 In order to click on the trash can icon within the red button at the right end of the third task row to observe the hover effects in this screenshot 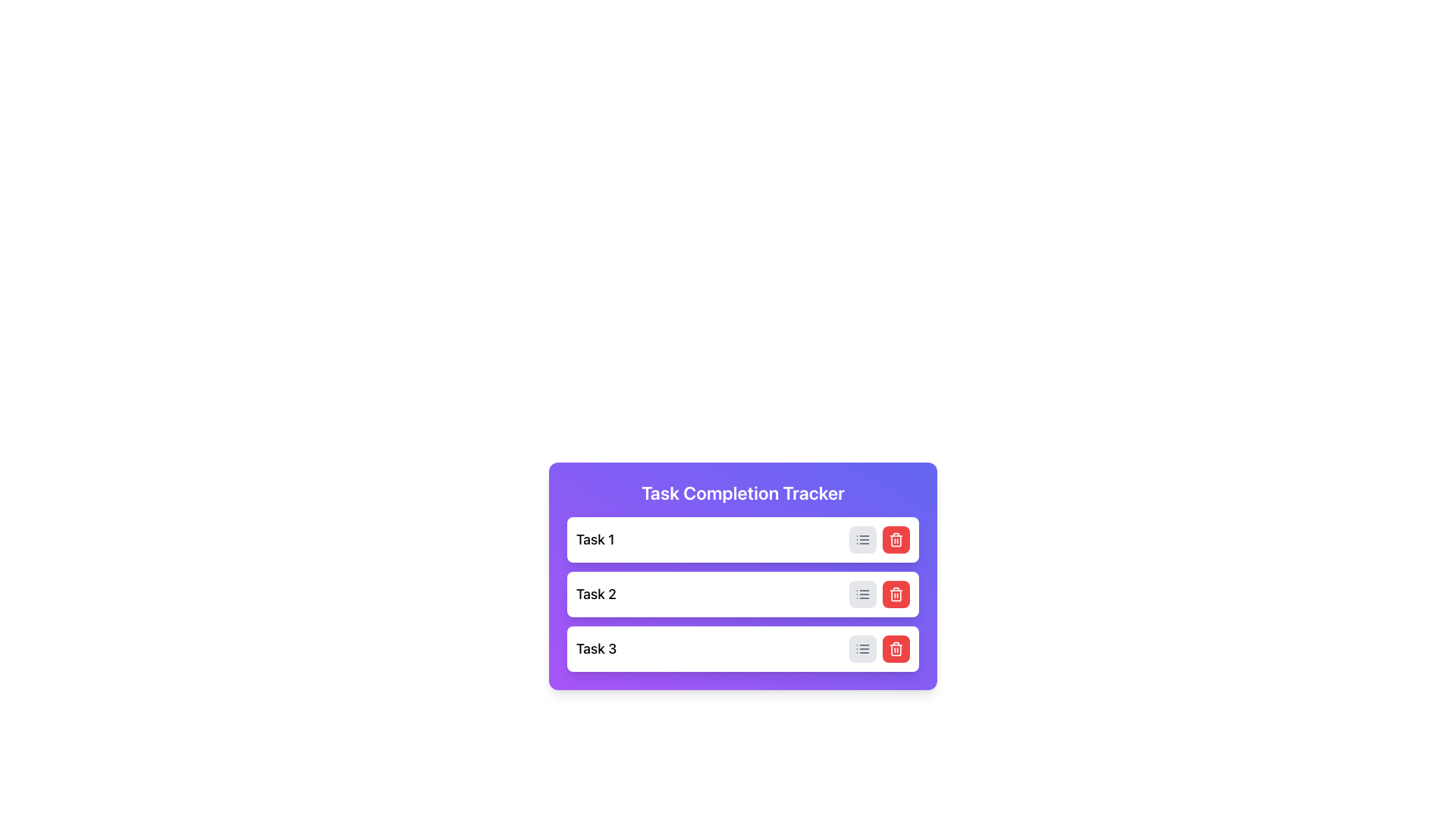, I will do `click(896, 648)`.